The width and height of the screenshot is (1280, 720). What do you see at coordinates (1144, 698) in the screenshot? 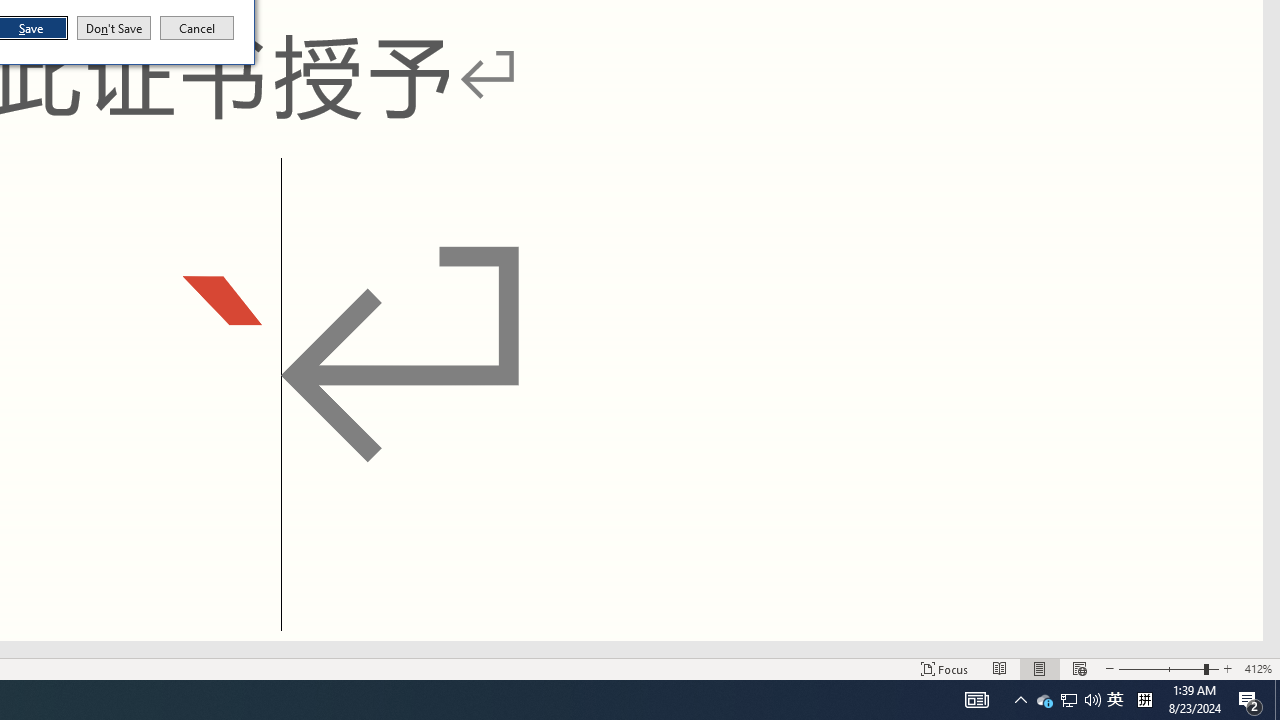
I see `'Tray Input Indicator - Chinese (Simplified, China)'` at bounding box center [1144, 698].